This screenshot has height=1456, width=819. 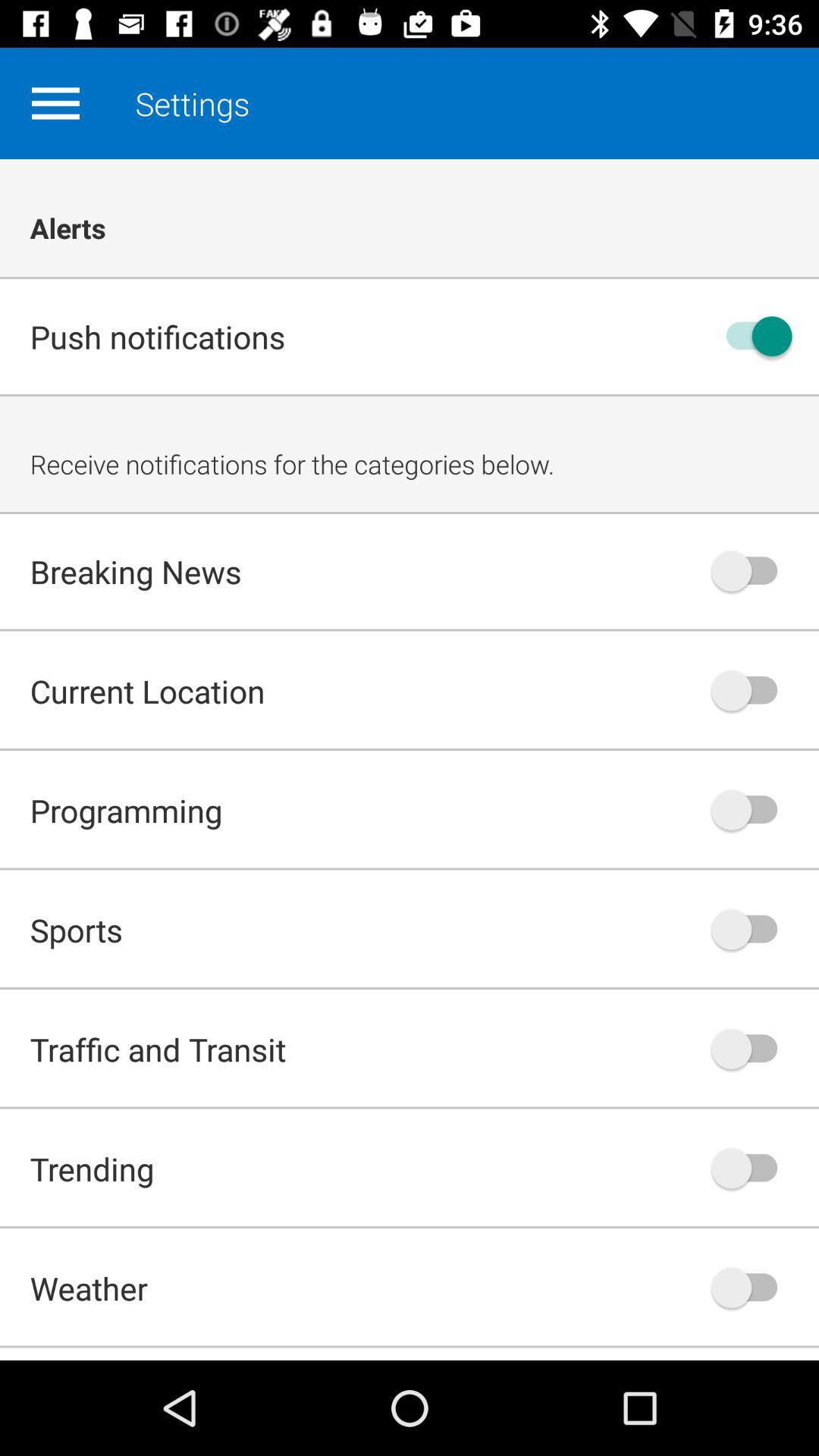 I want to click on settings menu option, so click(x=55, y=102).